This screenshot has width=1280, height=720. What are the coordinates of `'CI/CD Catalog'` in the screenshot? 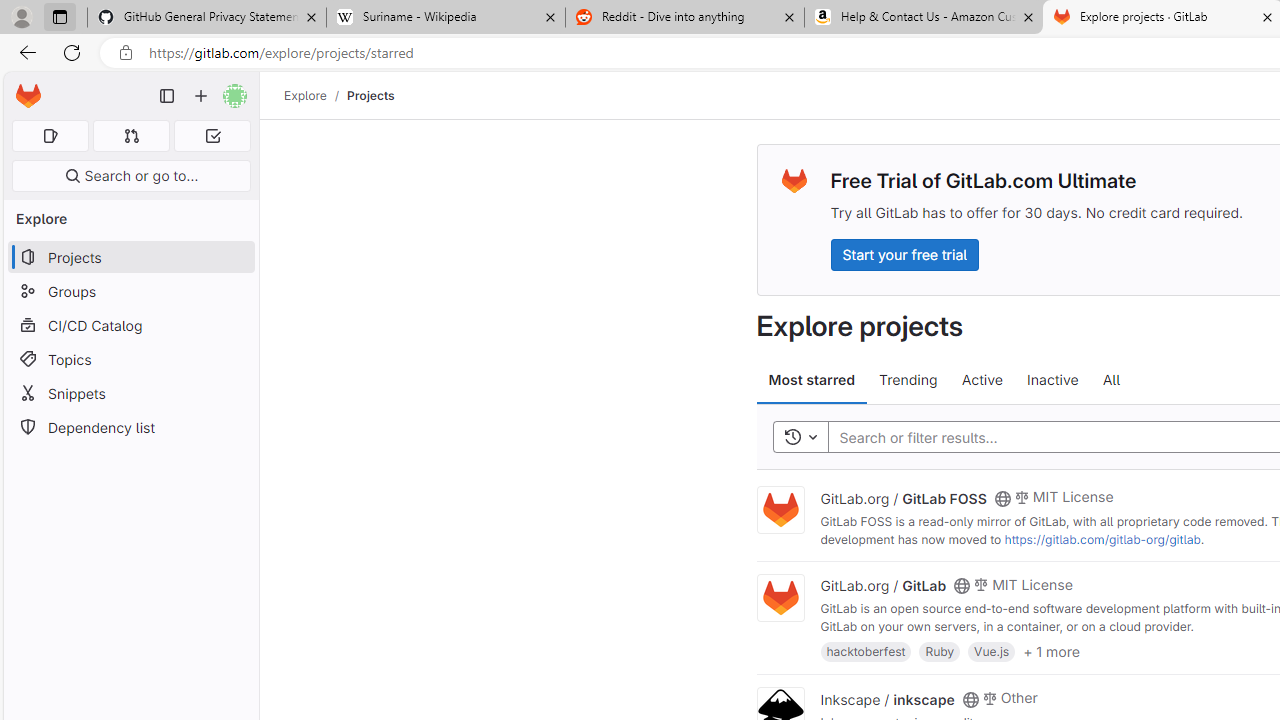 It's located at (130, 324).